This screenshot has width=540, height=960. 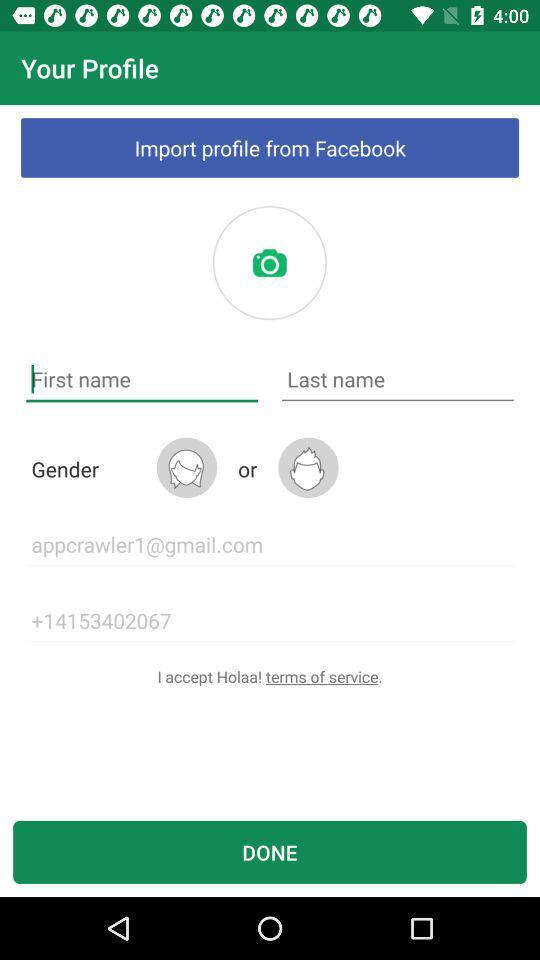 I want to click on the icon below the i accept holaa, so click(x=270, y=851).